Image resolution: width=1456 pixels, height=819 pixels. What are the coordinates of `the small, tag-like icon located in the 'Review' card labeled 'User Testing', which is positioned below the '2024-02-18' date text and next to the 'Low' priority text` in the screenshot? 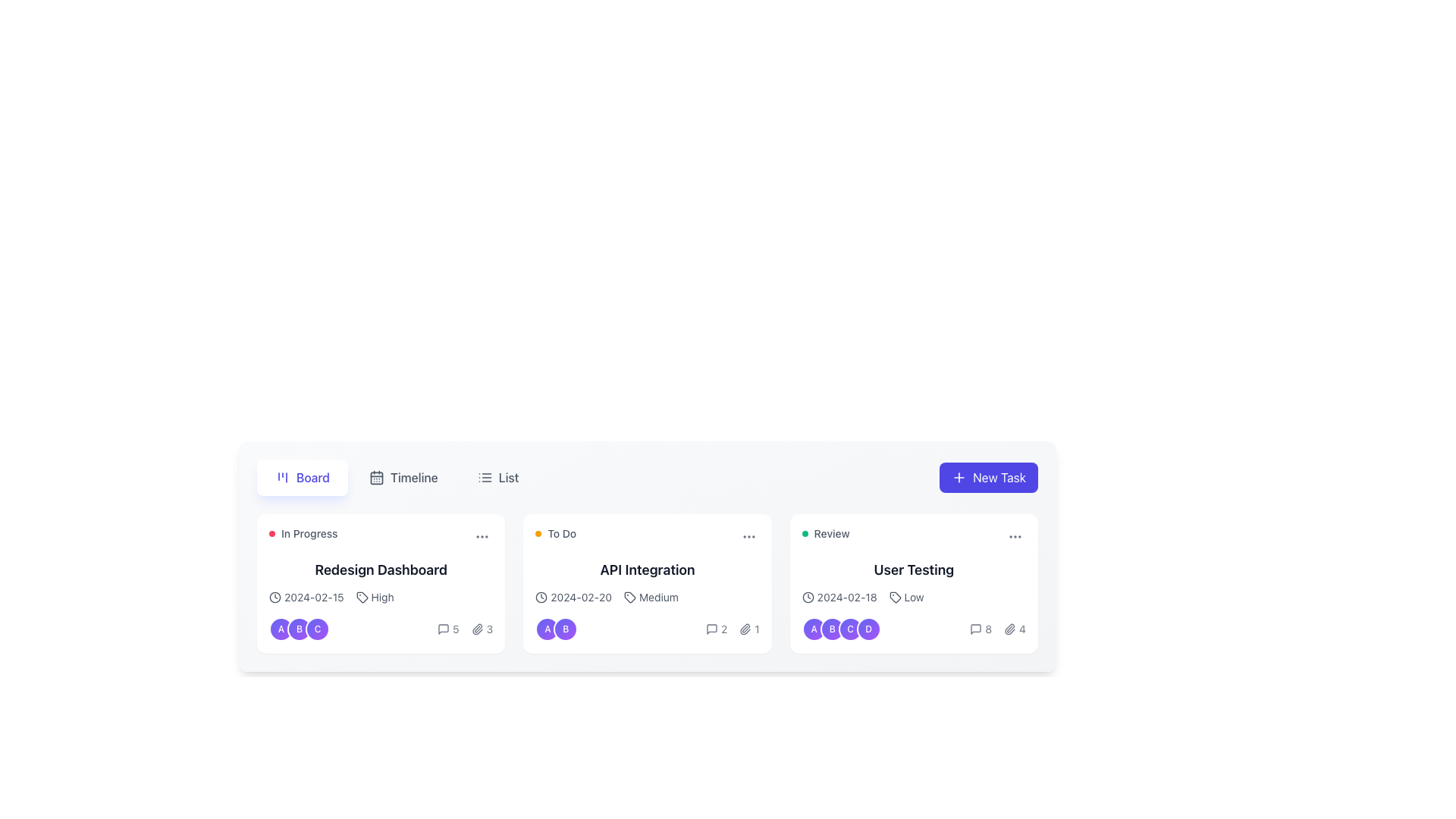 It's located at (895, 596).